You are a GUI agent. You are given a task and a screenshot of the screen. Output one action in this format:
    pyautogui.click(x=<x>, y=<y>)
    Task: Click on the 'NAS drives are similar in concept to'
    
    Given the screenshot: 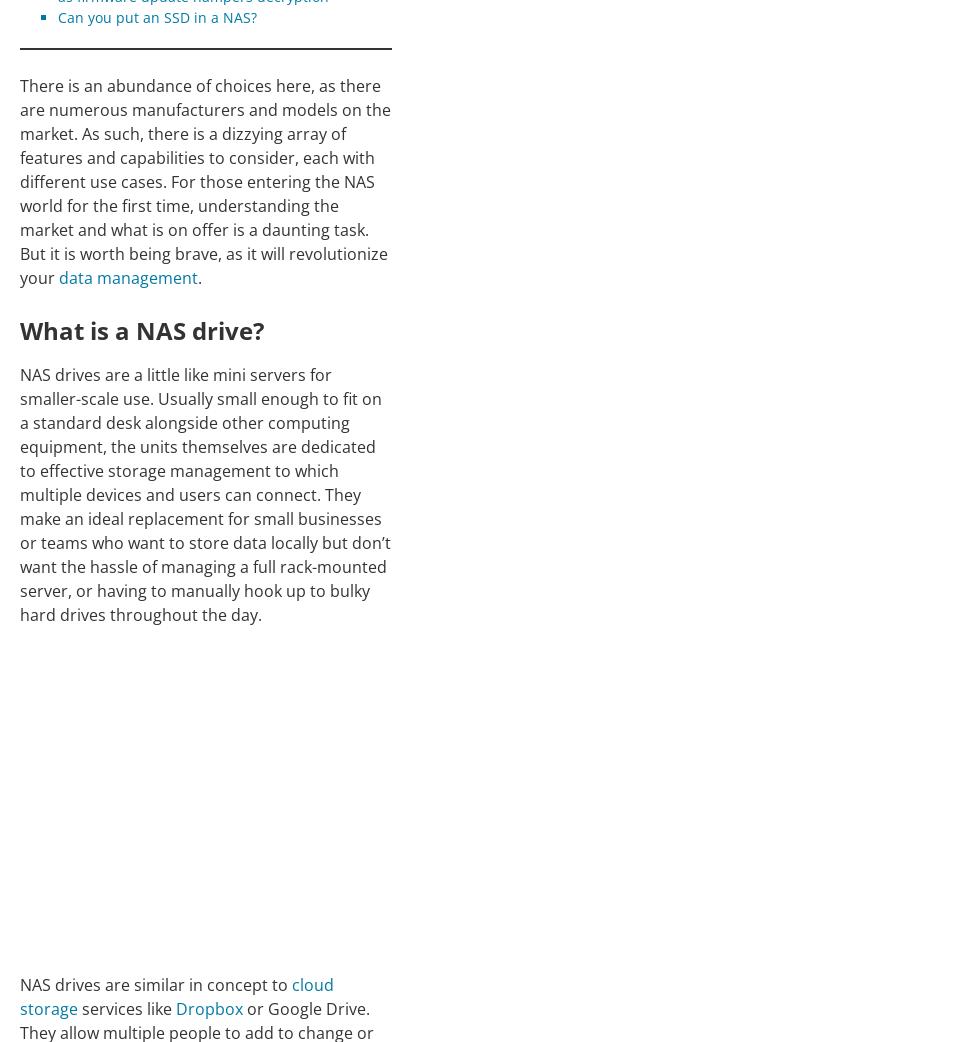 What is the action you would take?
    pyautogui.click(x=156, y=983)
    